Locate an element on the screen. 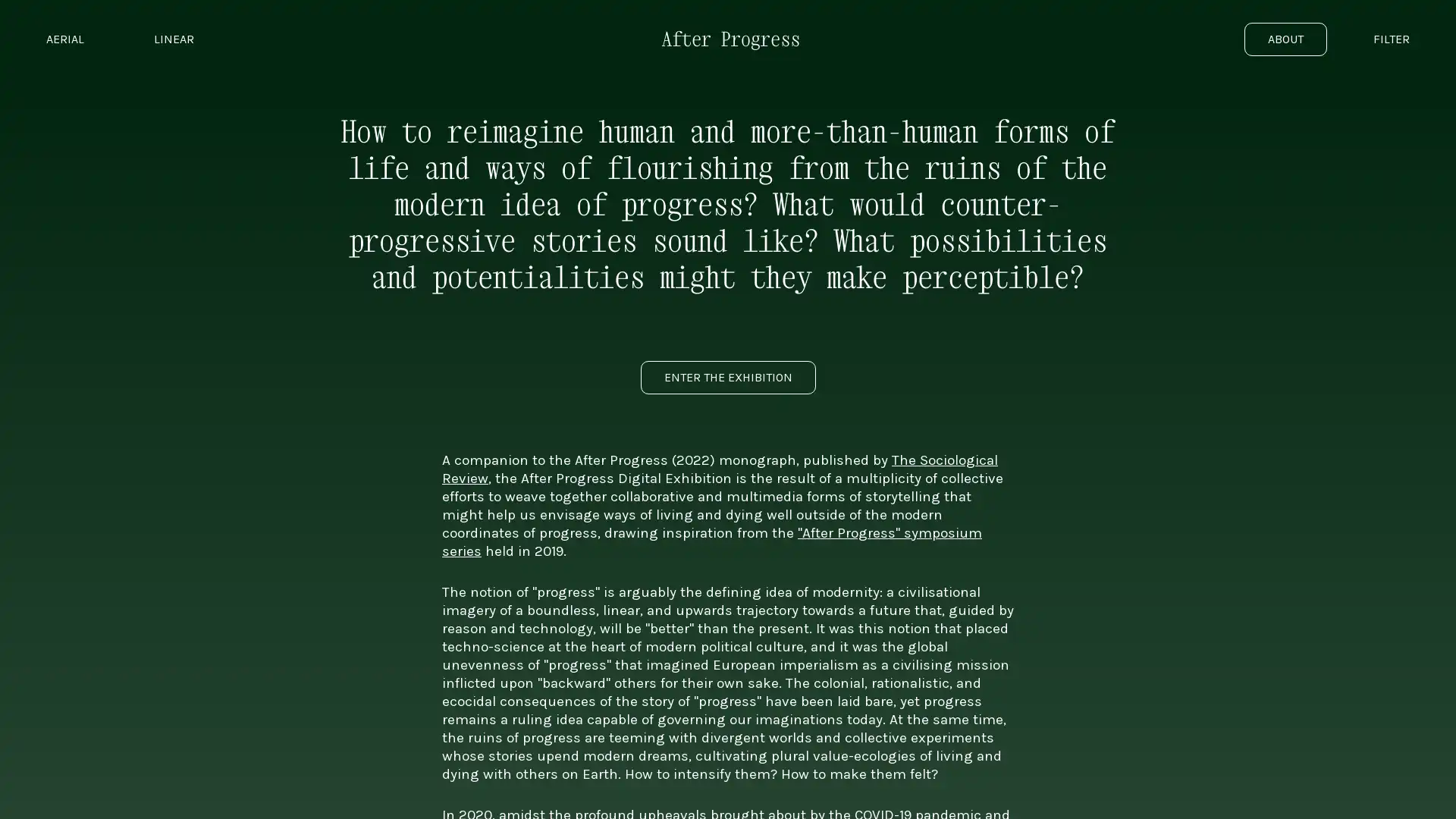  ENTER THE EXHIBITION is located at coordinates (726, 376).